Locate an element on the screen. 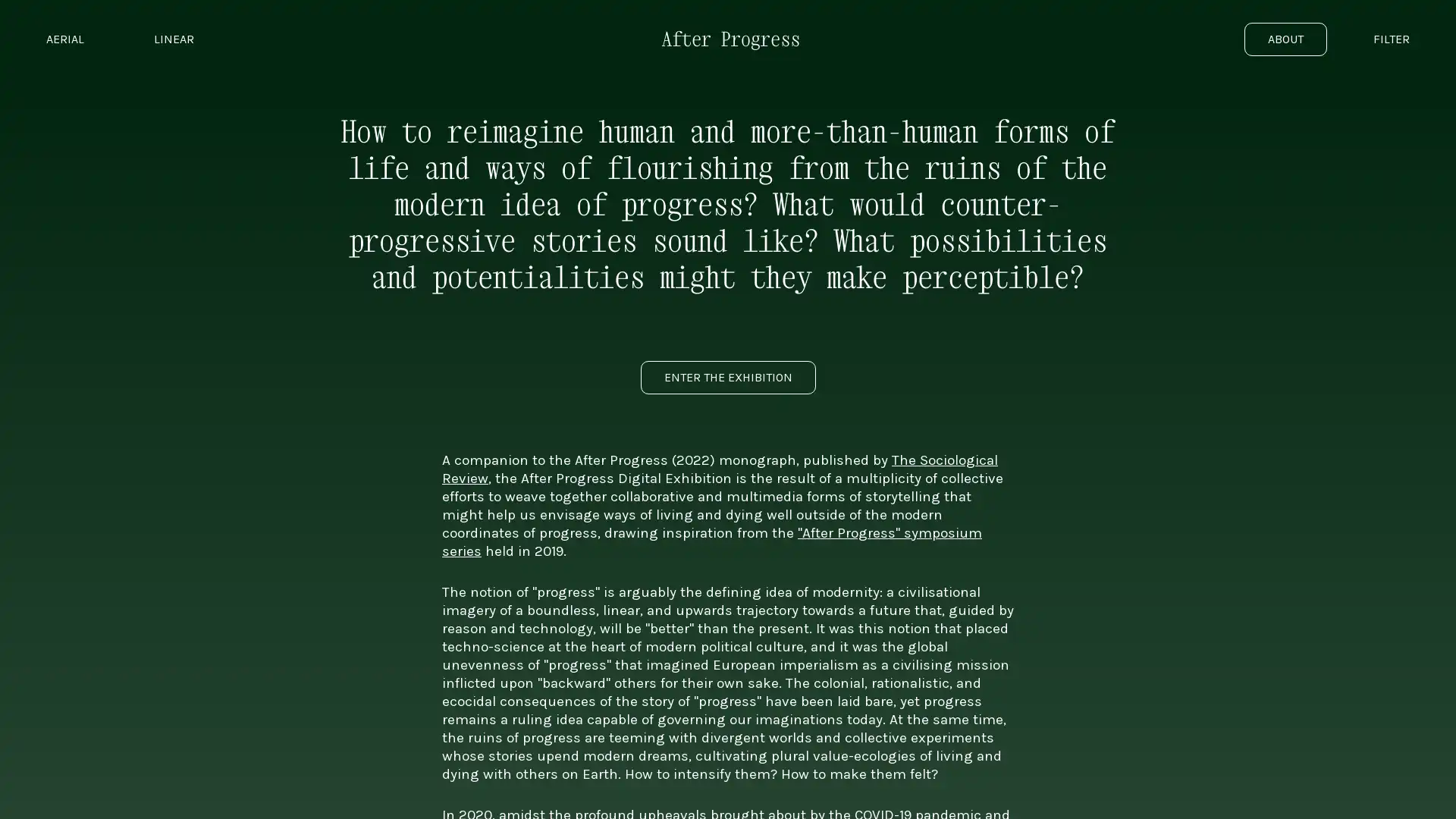  ENTER THE EXHIBITION is located at coordinates (726, 376).